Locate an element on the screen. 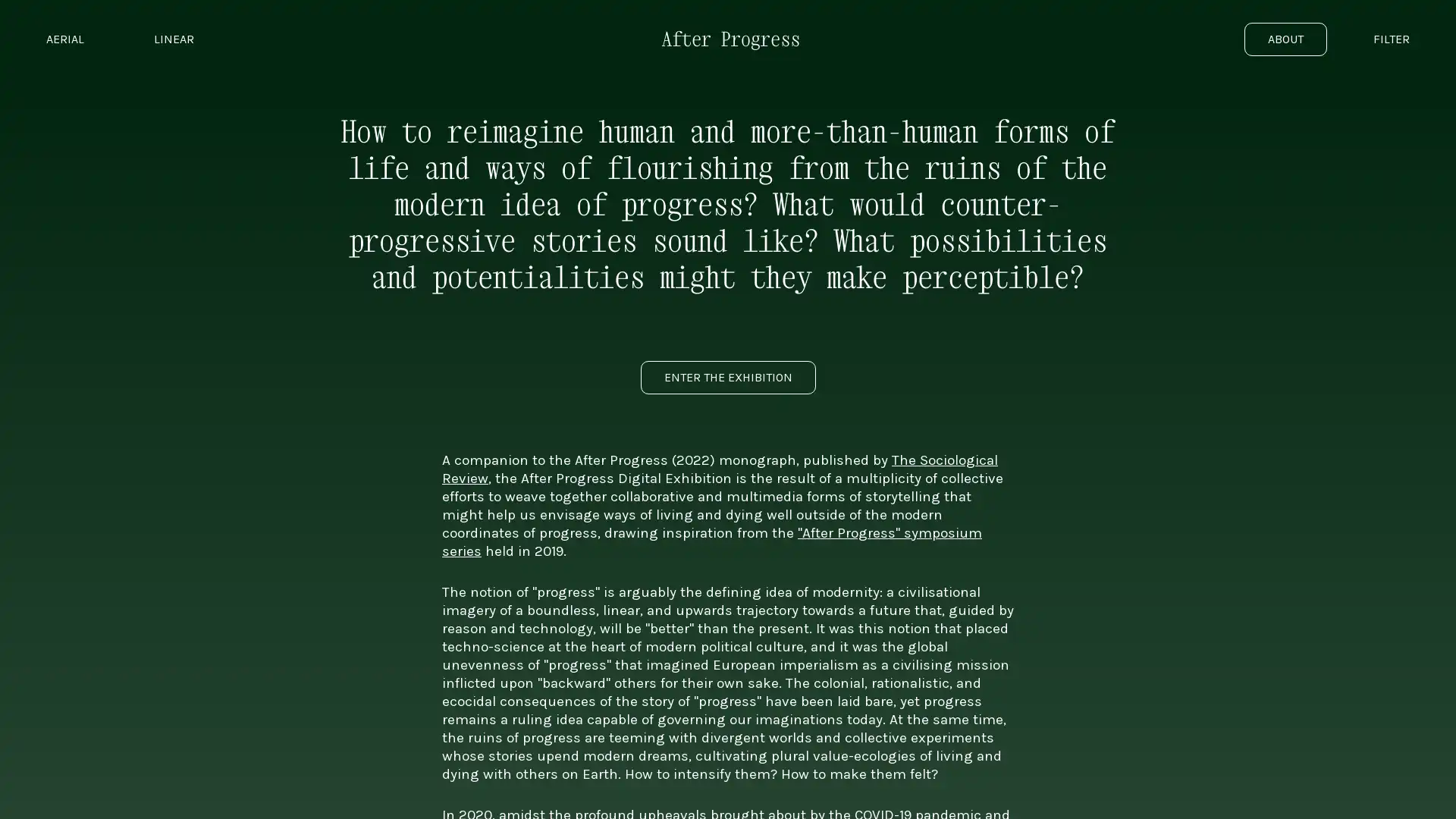  ENTER THE EXHIBITION is located at coordinates (726, 376).